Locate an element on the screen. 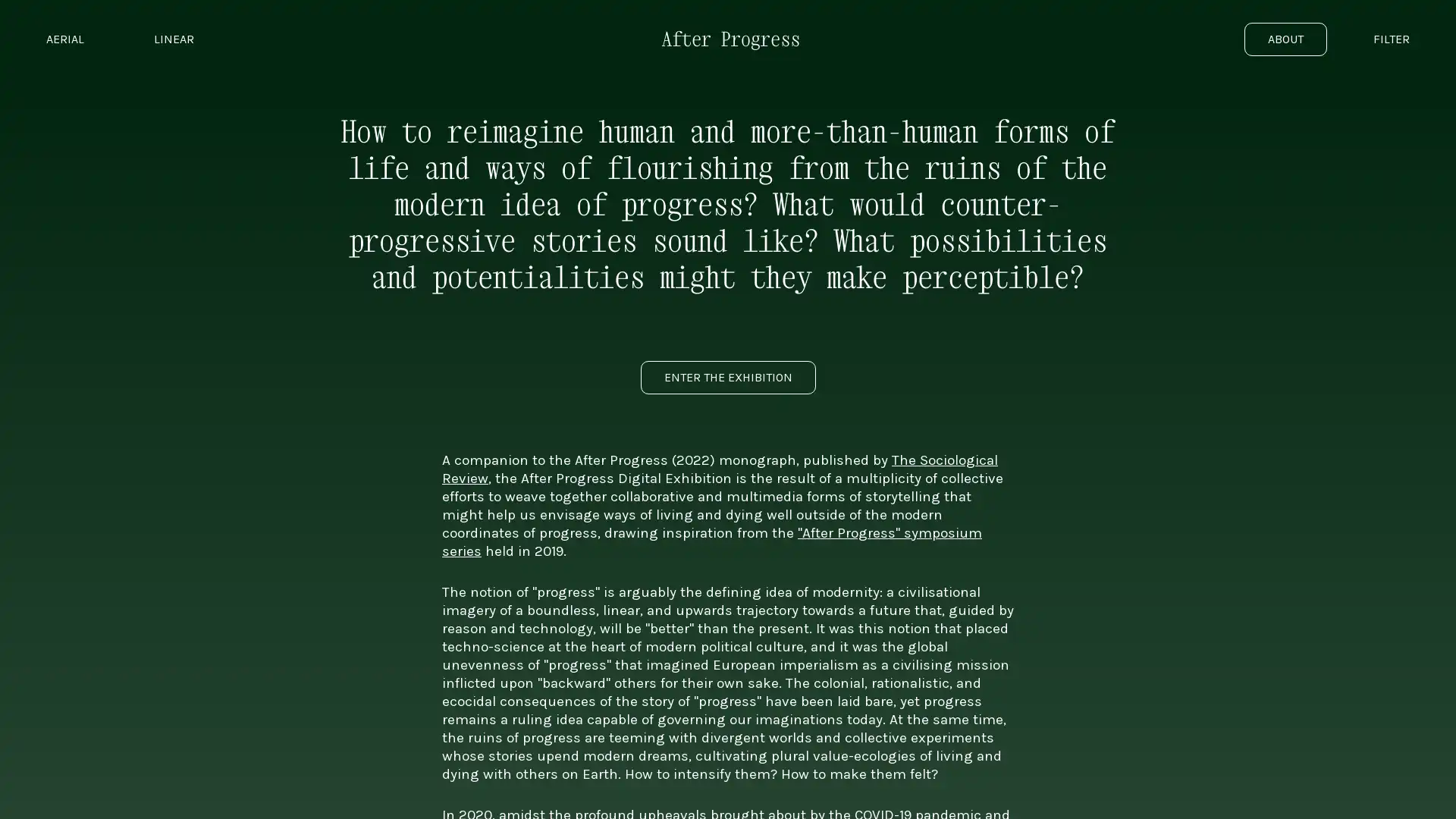  ENTER THE EXHIBITION is located at coordinates (726, 376).